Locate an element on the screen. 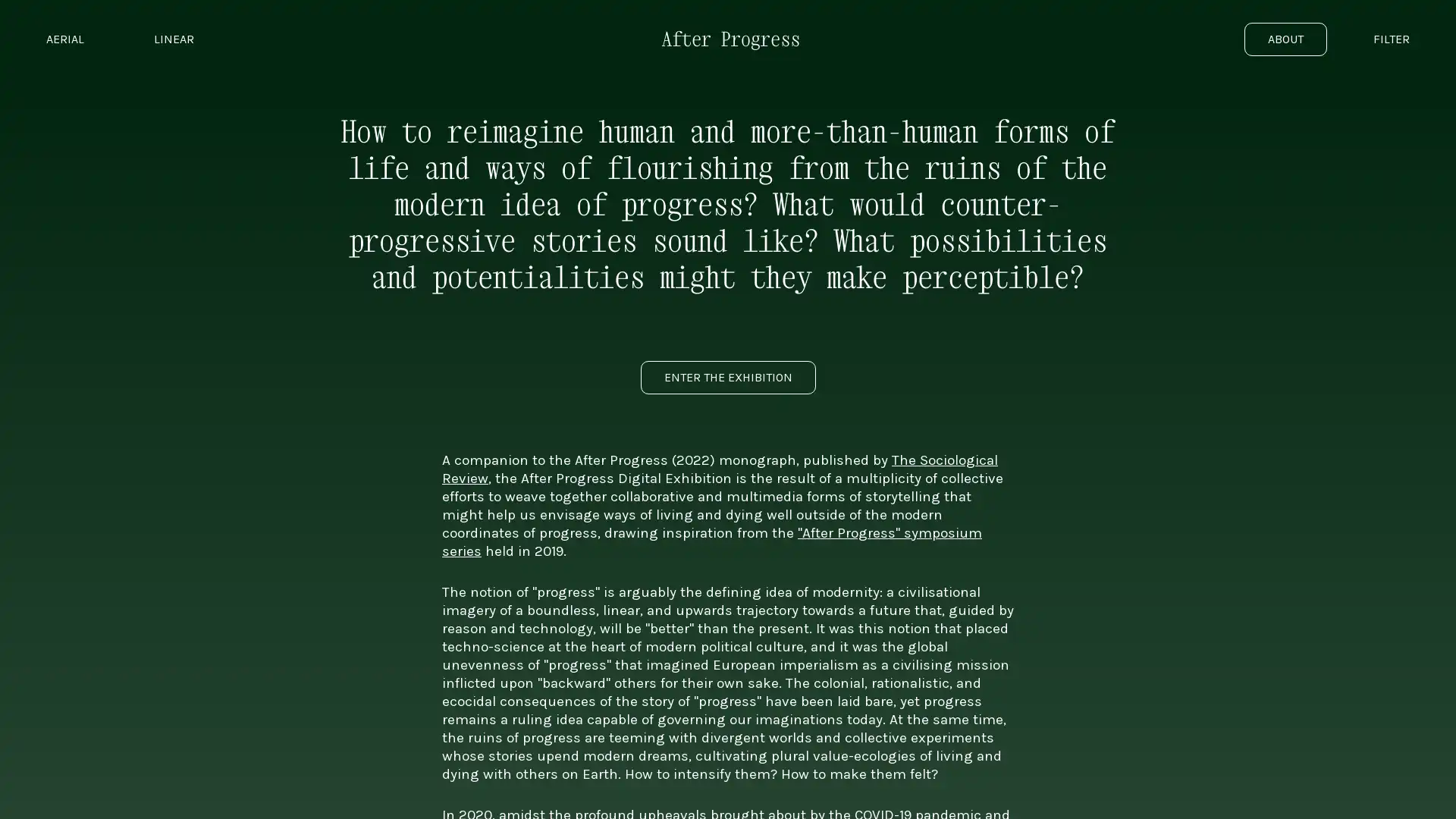  ENTER THE EXHIBITION is located at coordinates (726, 376).